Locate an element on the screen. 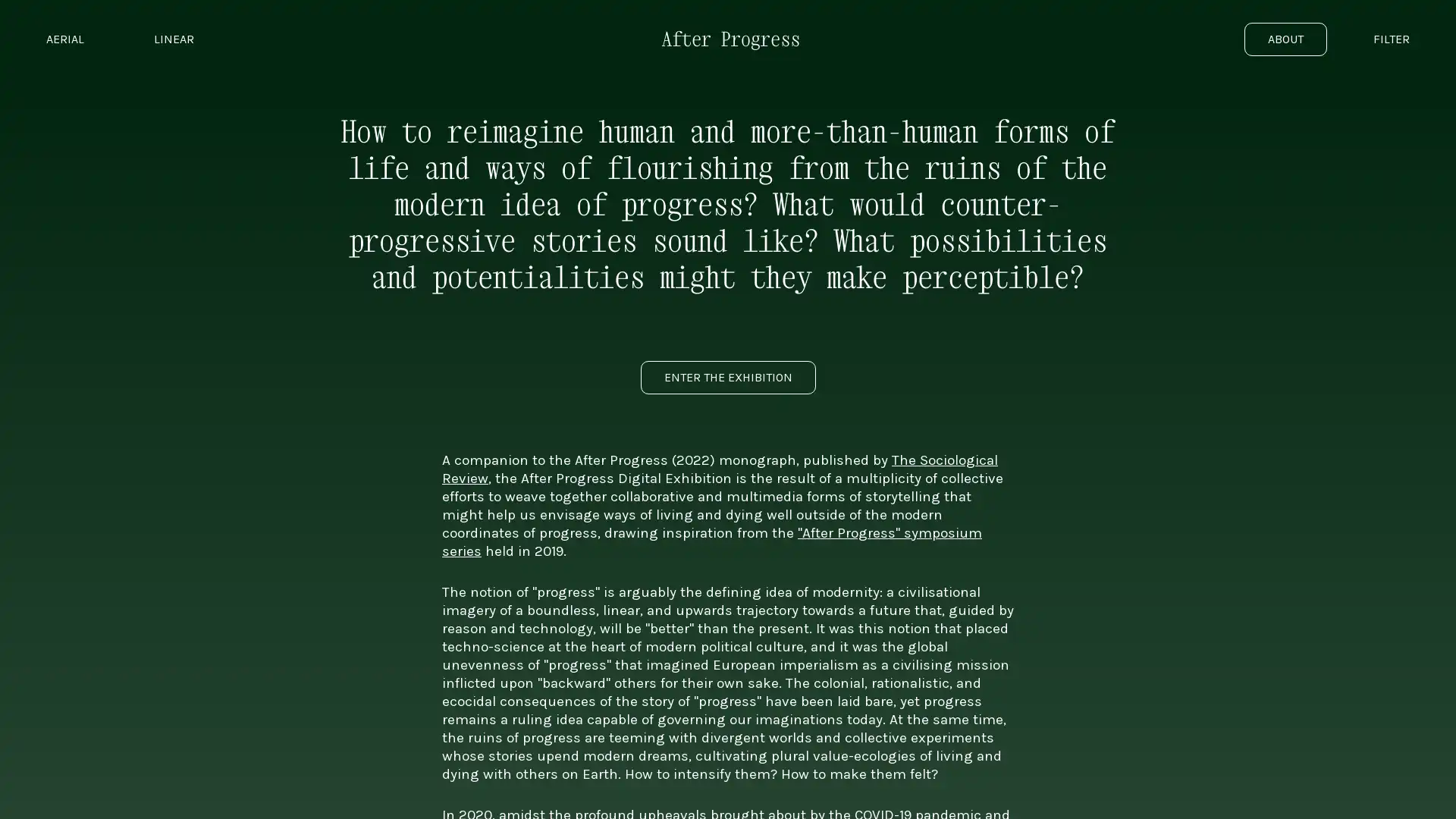  ENTER THE EXHIBITION is located at coordinates (726, 376).